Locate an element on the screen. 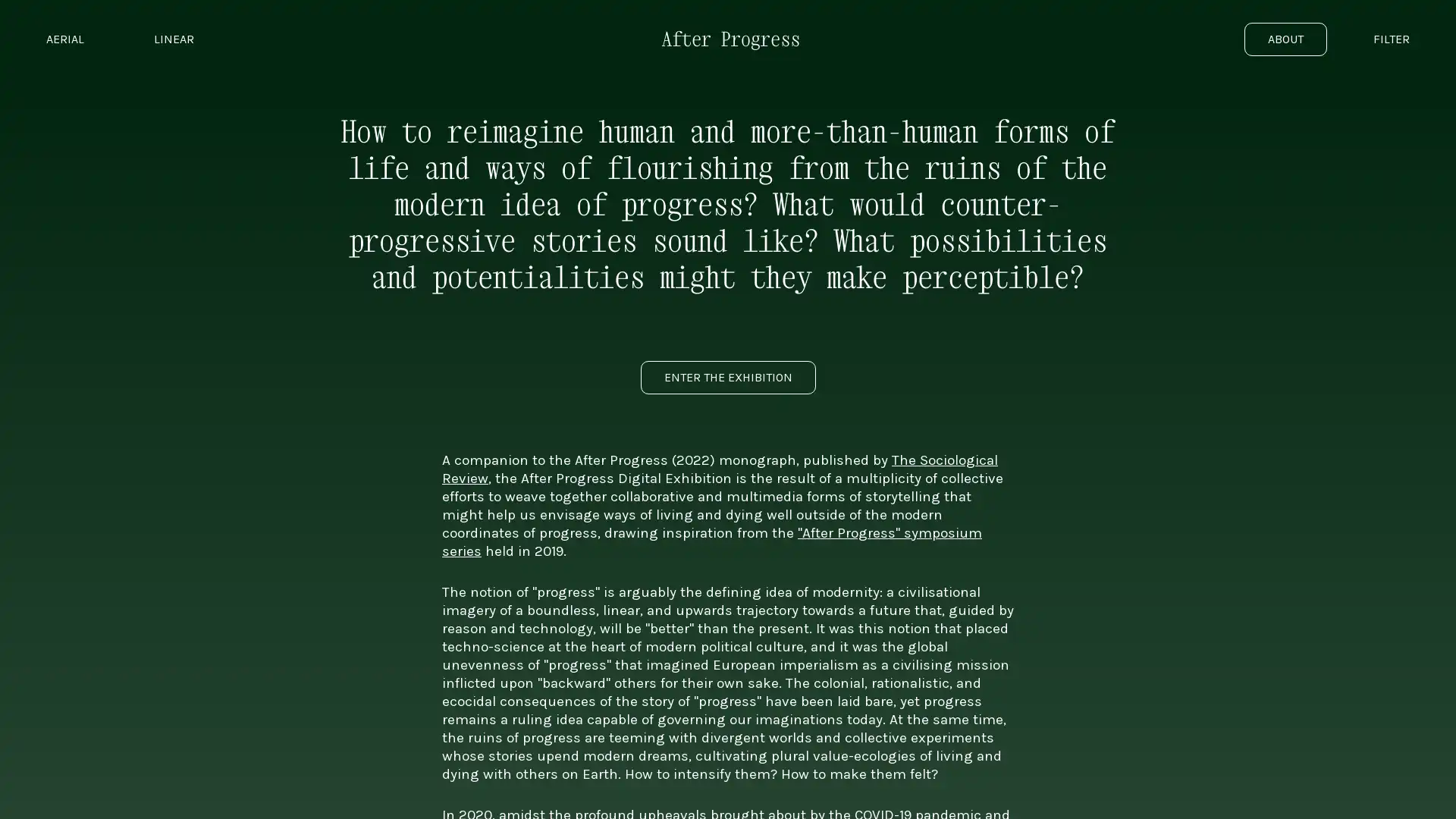  ENTER THE EXHIBITION is located at coordinates (726, 376).